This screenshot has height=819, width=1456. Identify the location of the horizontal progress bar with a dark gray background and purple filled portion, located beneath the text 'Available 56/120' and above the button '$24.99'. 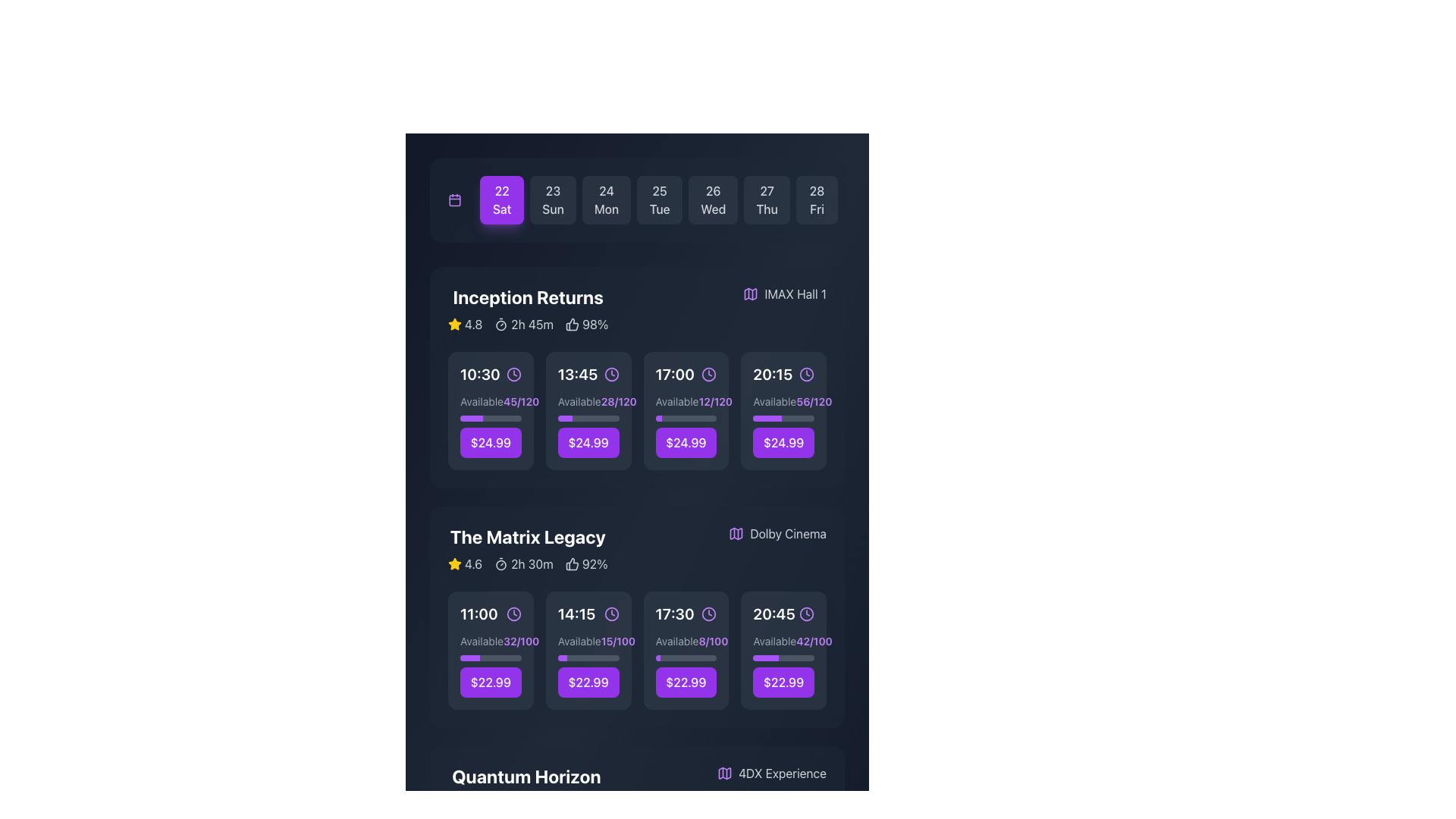
(783, 418).